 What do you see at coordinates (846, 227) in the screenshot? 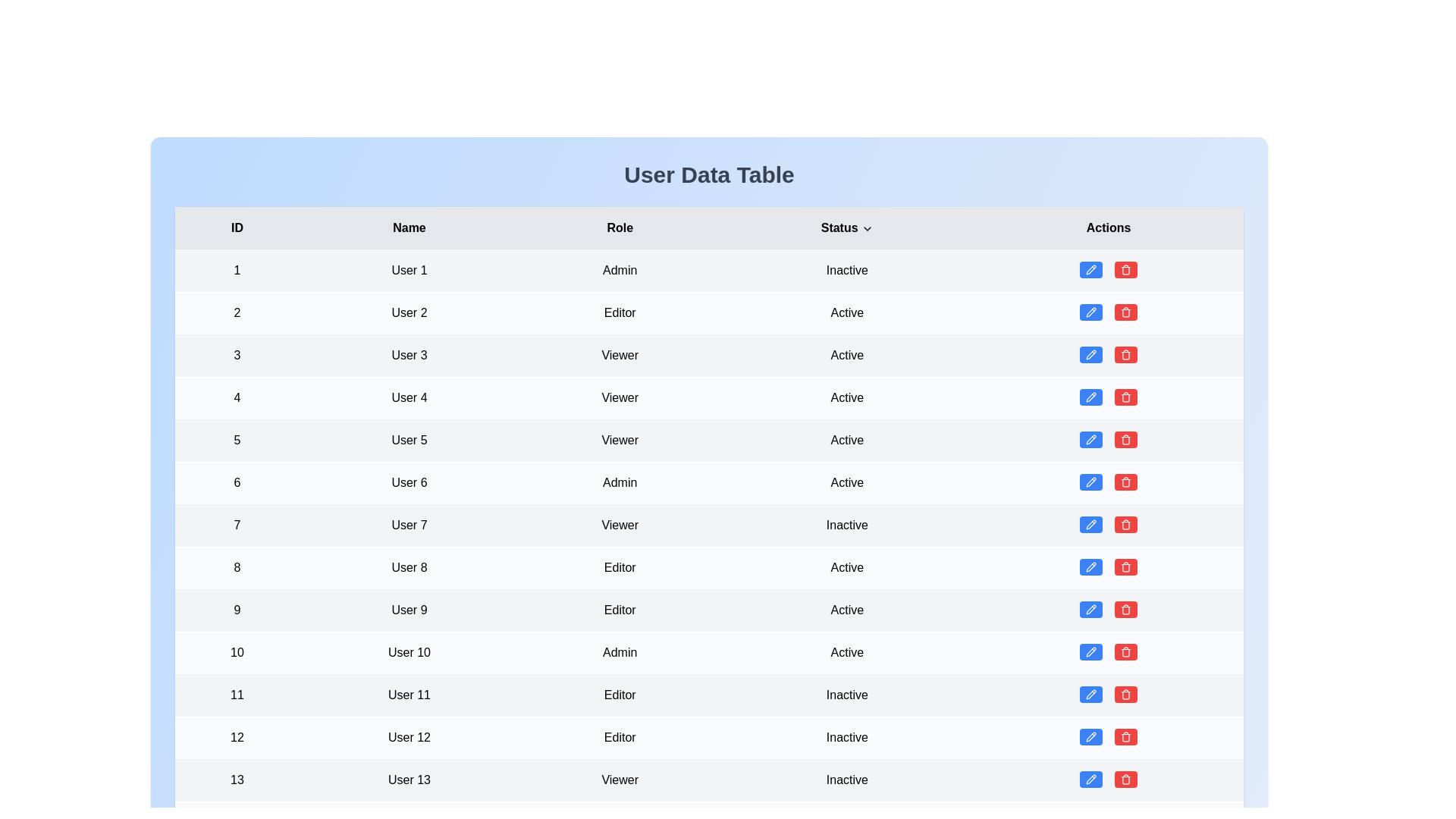
I see `the 'Status' column header to sort the table` at bounding box center [846, 227].